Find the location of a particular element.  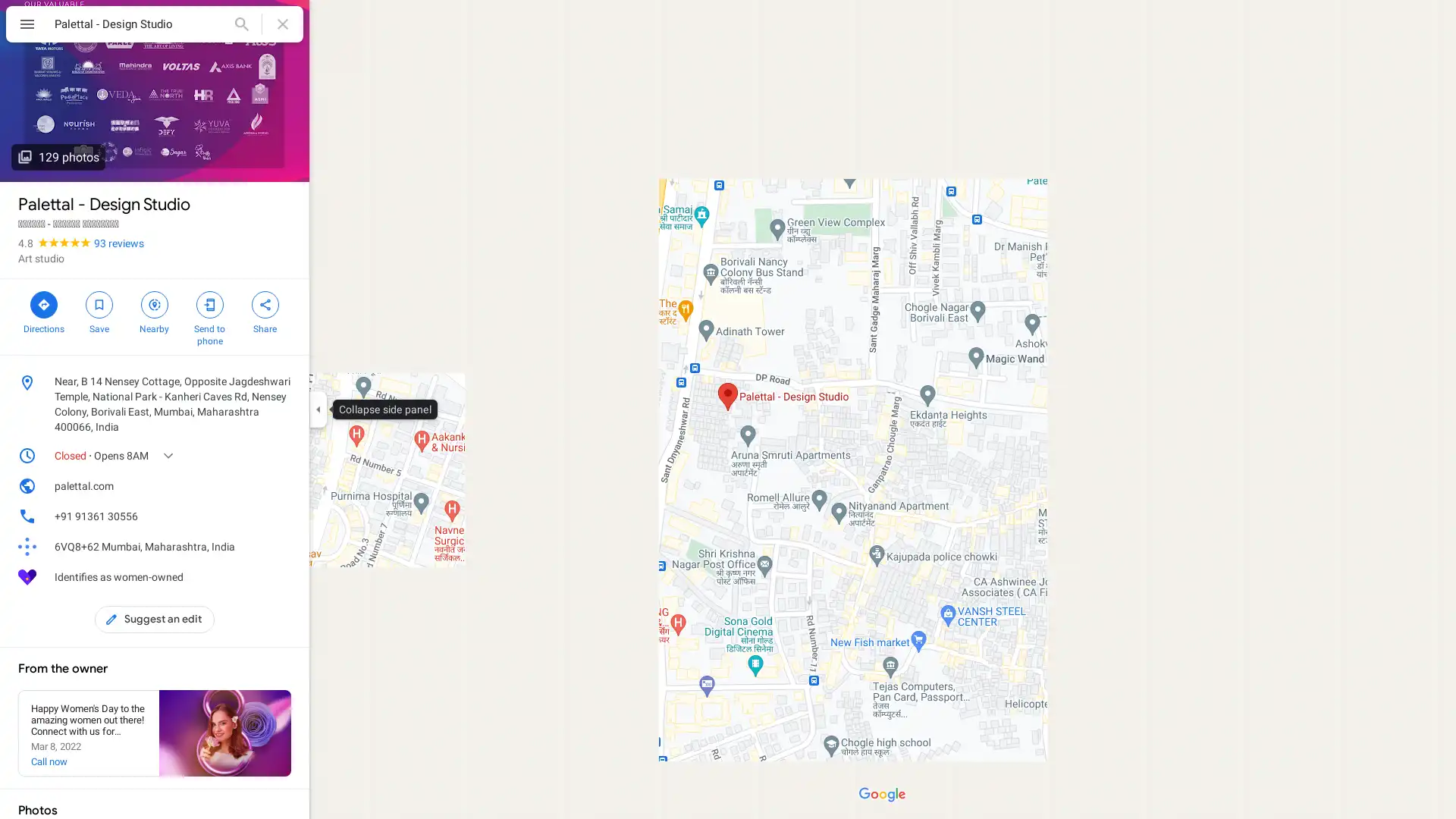

Copy phone number is located at coordinates (261, 516).